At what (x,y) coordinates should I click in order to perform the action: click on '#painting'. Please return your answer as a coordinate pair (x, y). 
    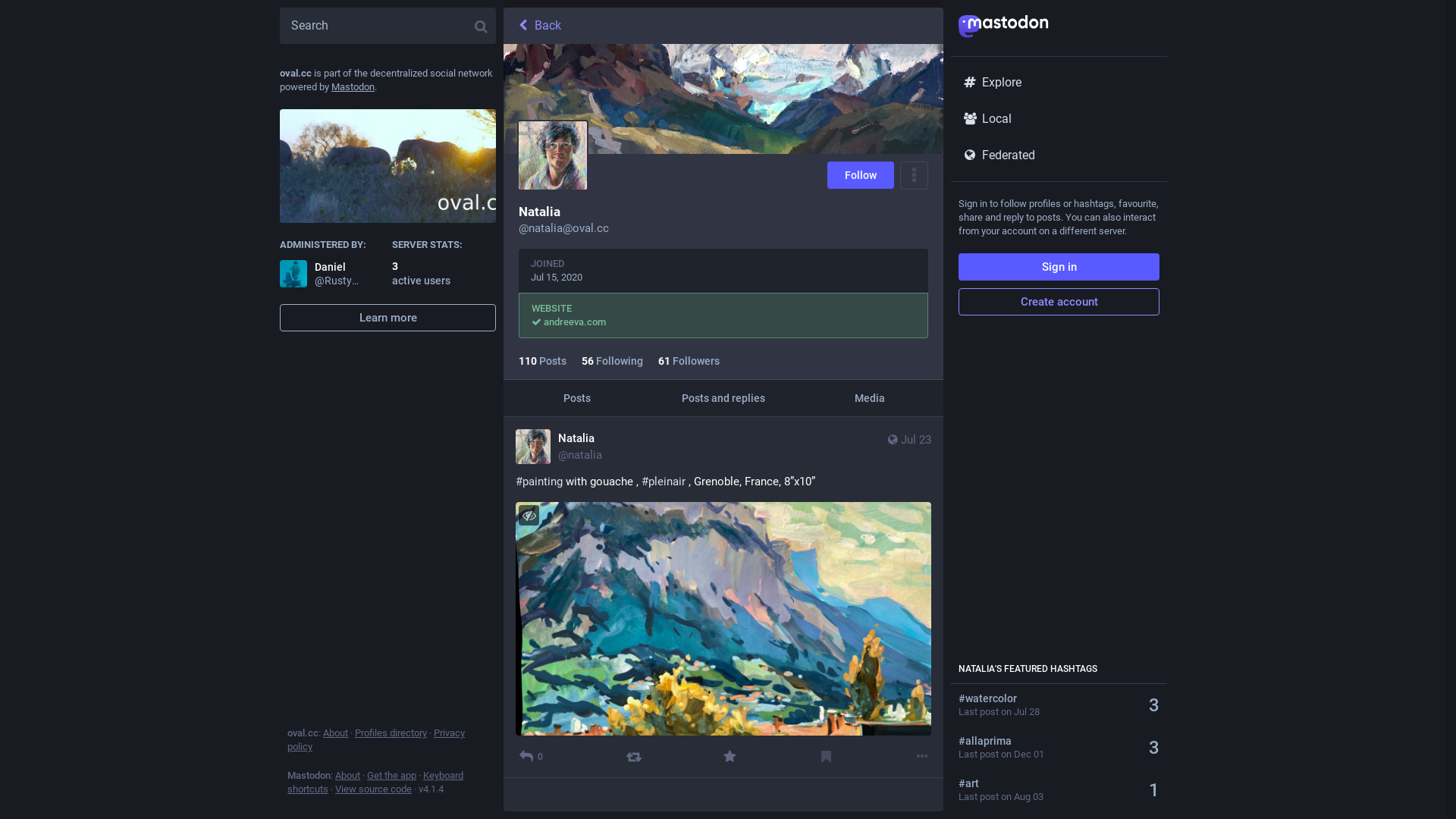
    Looking at the image, I should click on (538, 482).